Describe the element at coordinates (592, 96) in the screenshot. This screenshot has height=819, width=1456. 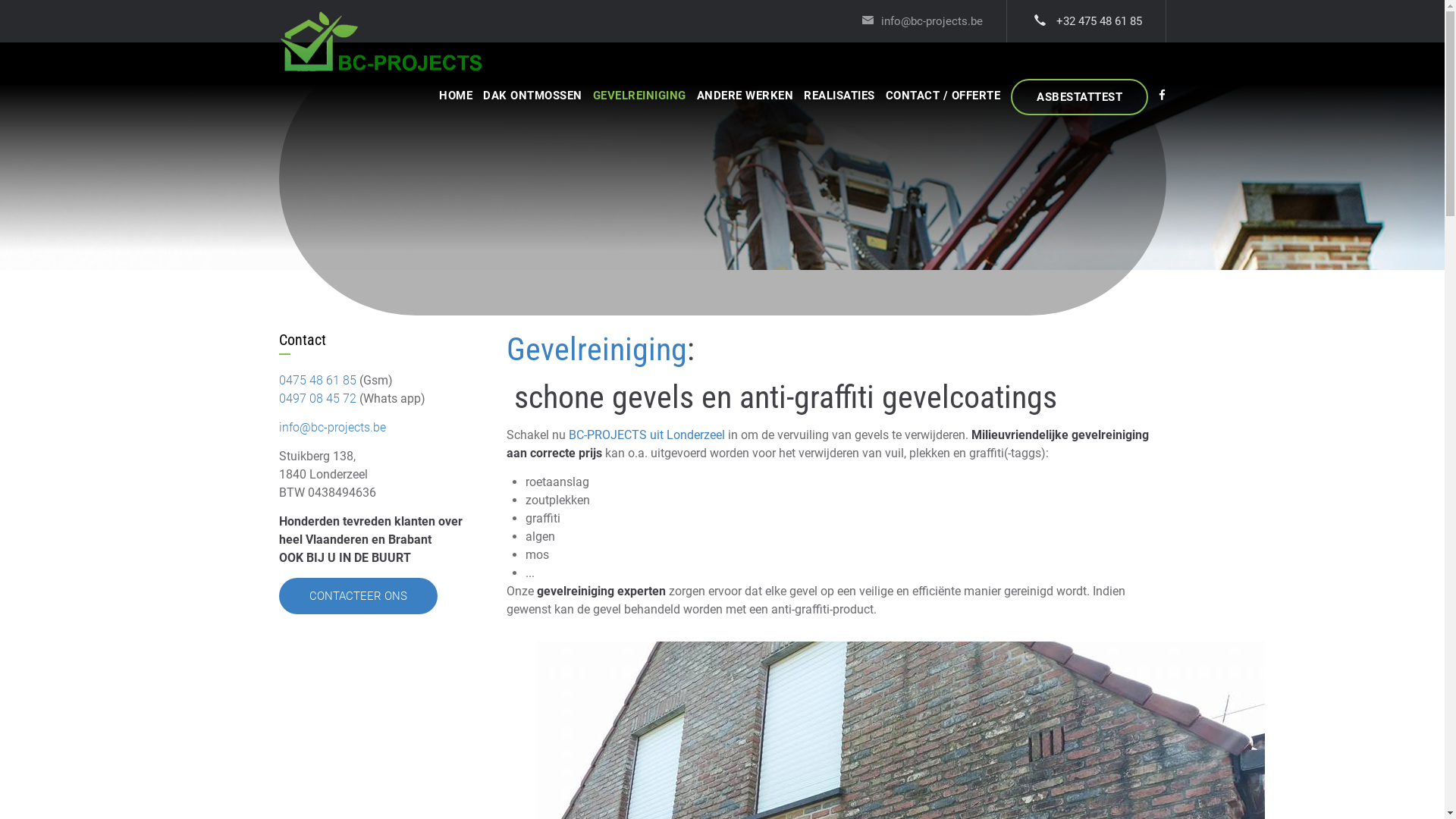
I see `'GEVELREINIGING'` at that location.